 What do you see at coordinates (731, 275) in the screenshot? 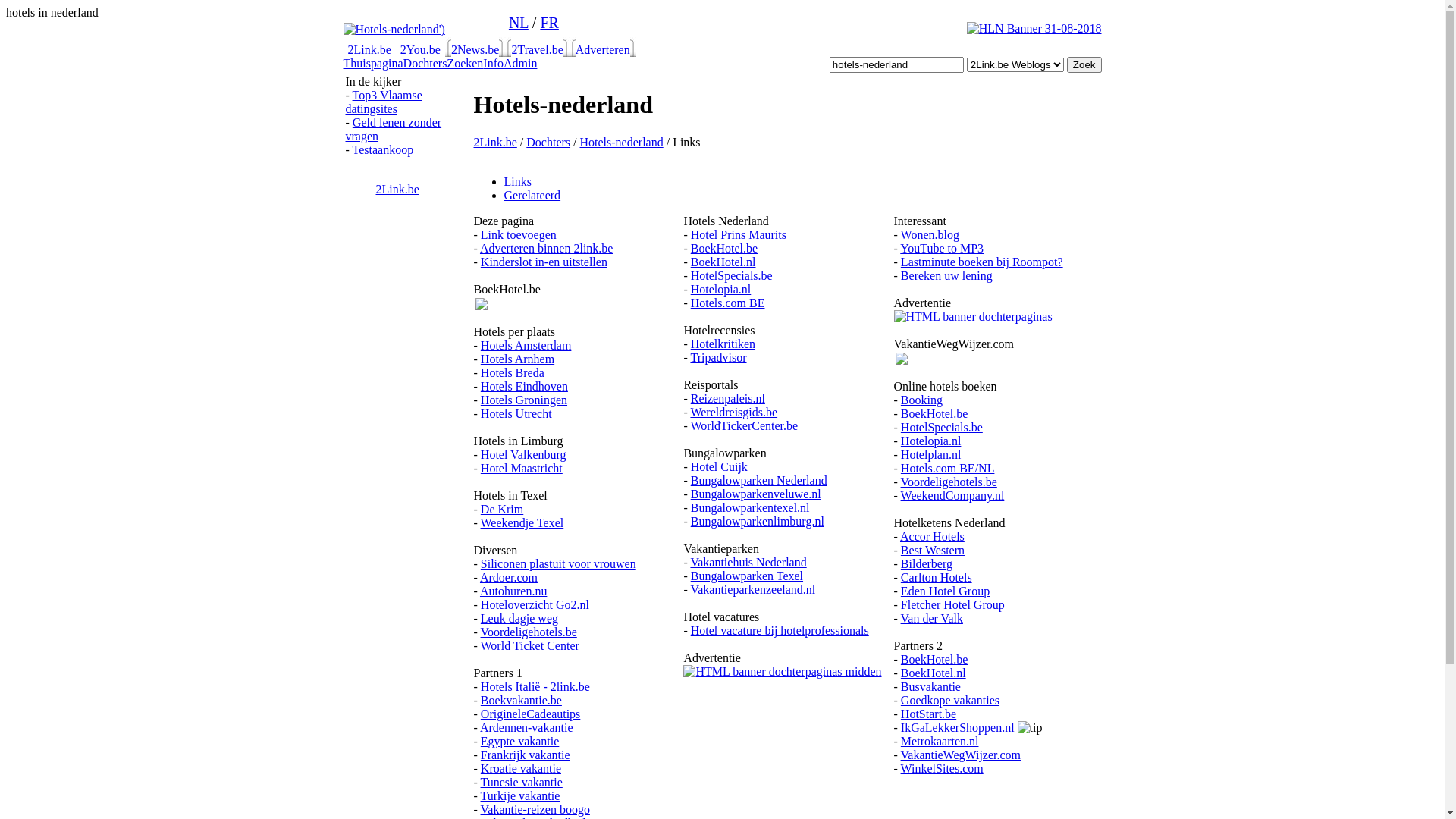
I see `'HotelSpecials.be'` at bounding box center [731, 275].